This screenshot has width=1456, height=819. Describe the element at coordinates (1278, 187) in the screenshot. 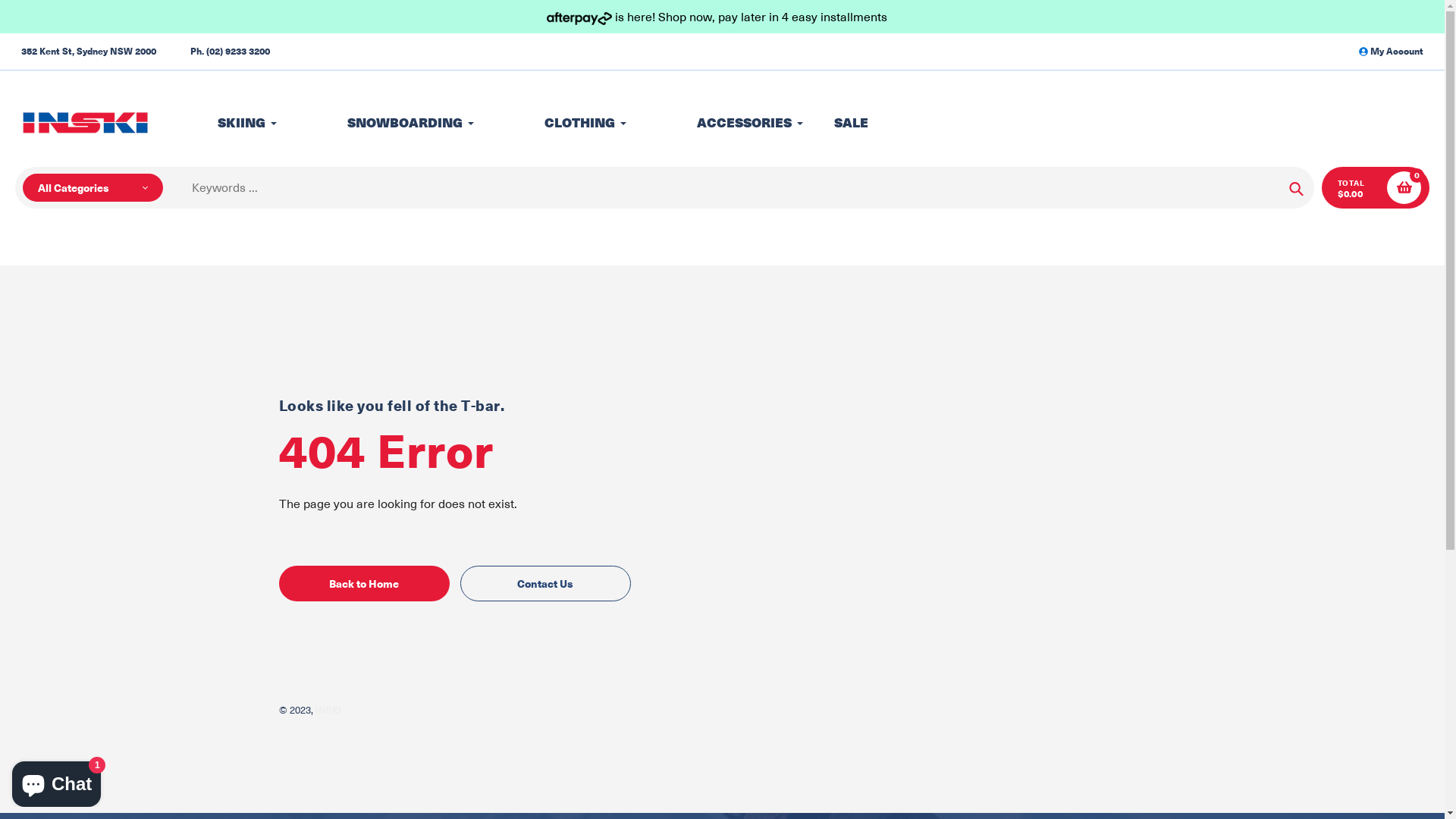

I see `'Search'` at that location.